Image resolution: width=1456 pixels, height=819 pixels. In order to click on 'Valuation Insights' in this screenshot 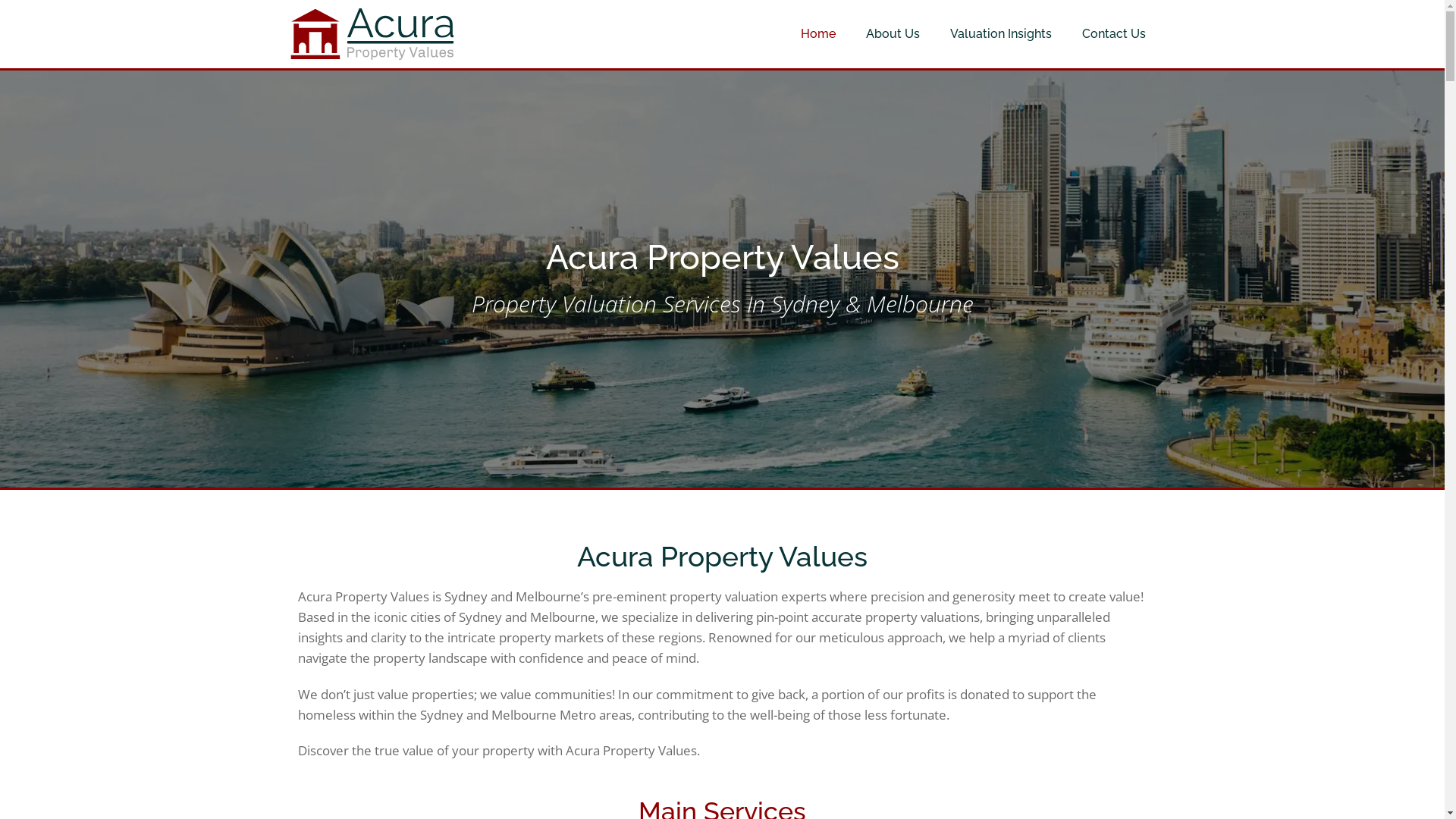, I will do `click(1001, 34)`.